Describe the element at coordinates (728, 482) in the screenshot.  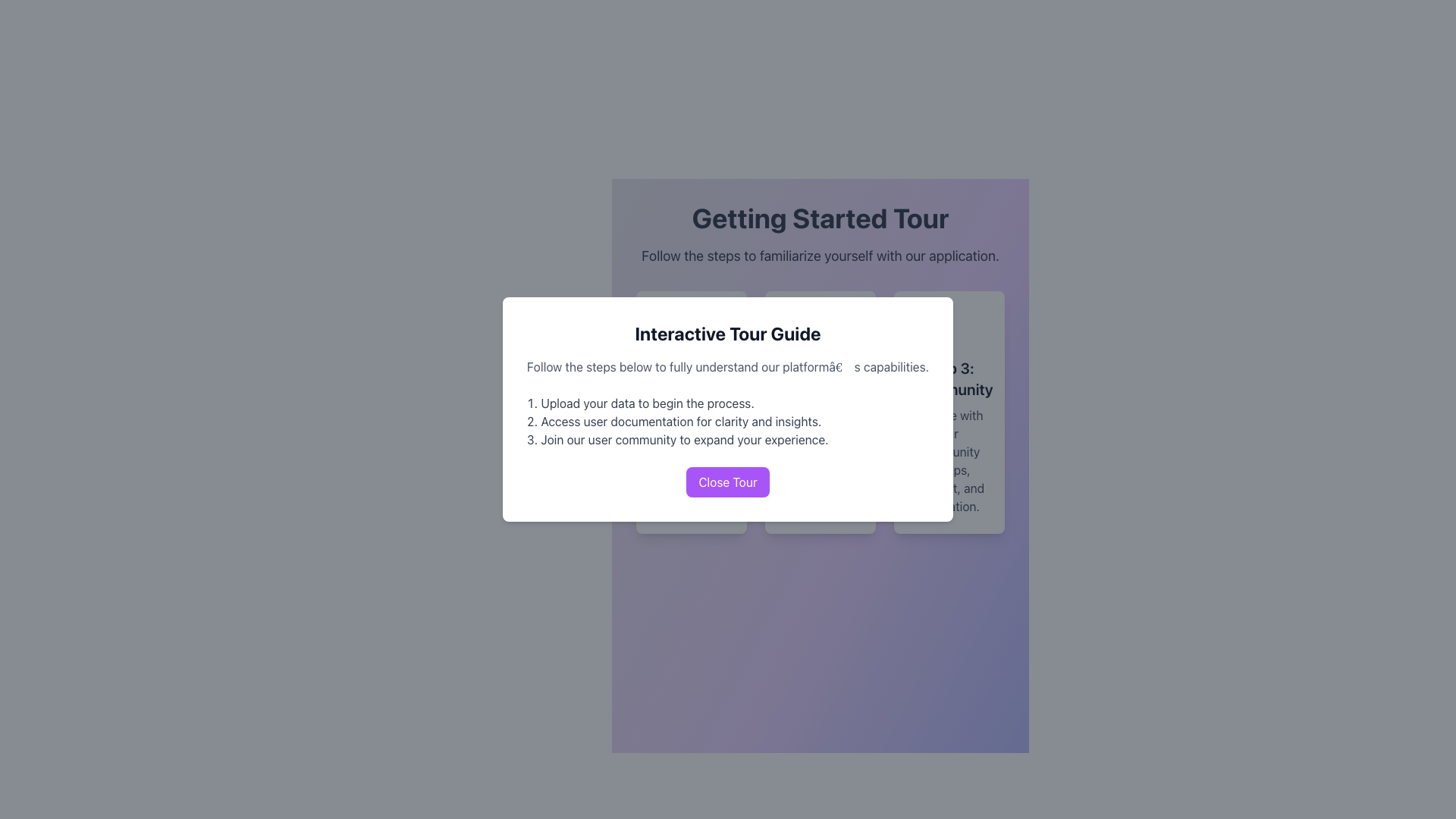
I see `the close button located at the bottom of the 'Interactive Tour Guide' dialog` at that location.